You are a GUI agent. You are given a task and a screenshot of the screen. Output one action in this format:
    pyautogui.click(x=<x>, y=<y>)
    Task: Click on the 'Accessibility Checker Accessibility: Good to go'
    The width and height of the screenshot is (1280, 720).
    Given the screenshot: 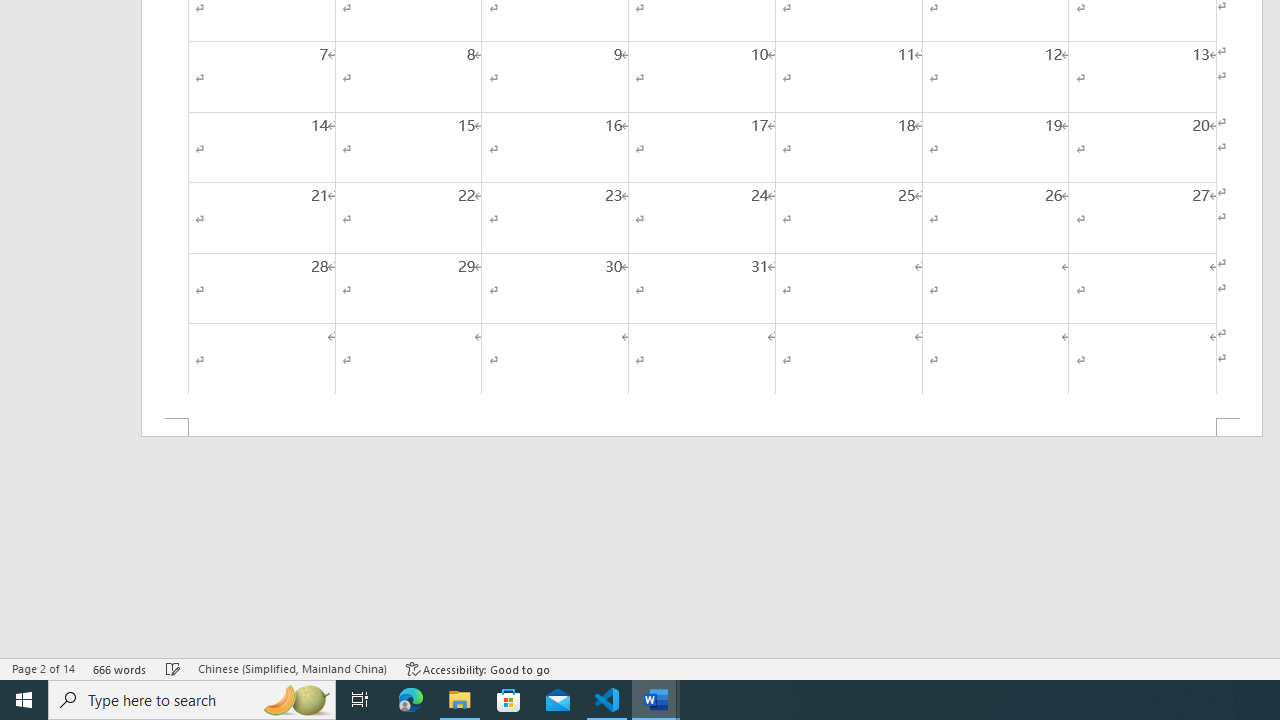 What is the action you would take?
    pyautogui.click(x=477, y=669)
    